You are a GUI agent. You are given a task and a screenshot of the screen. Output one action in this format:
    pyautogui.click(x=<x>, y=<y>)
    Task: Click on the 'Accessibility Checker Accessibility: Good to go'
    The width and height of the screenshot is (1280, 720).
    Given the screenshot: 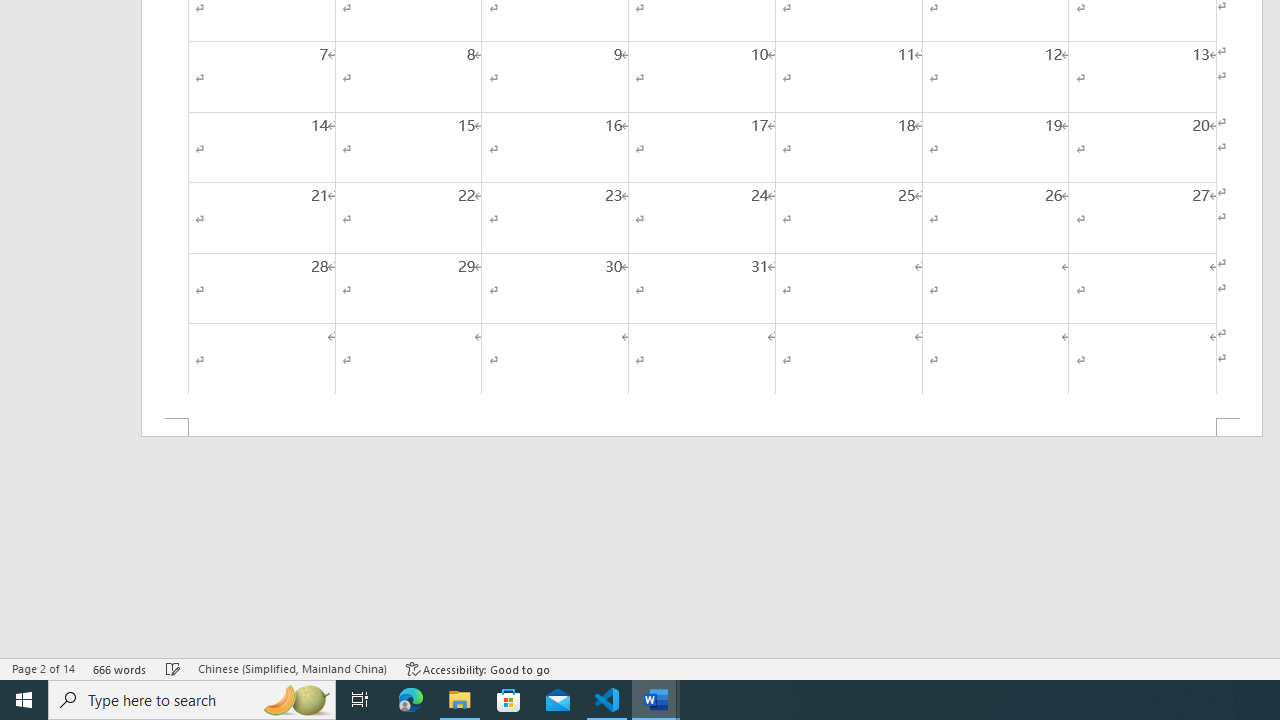 What is the action you would take?
    pyautogui.click(x=477, y=669)
    